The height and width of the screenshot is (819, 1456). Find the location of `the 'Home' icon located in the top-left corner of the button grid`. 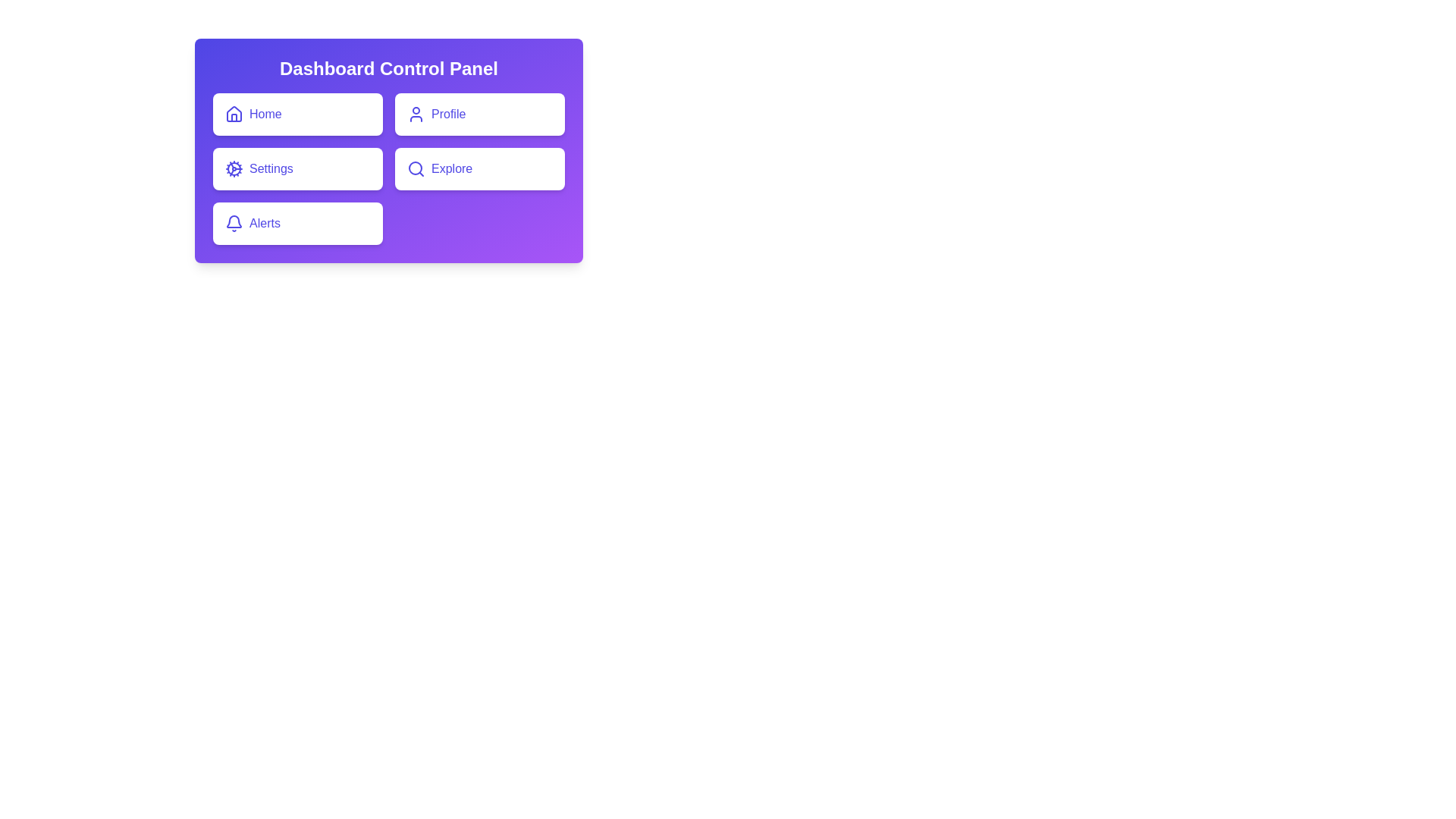

the 'Home' icon located in the top-left corner of the button grid is located at coordinates (233, 113).